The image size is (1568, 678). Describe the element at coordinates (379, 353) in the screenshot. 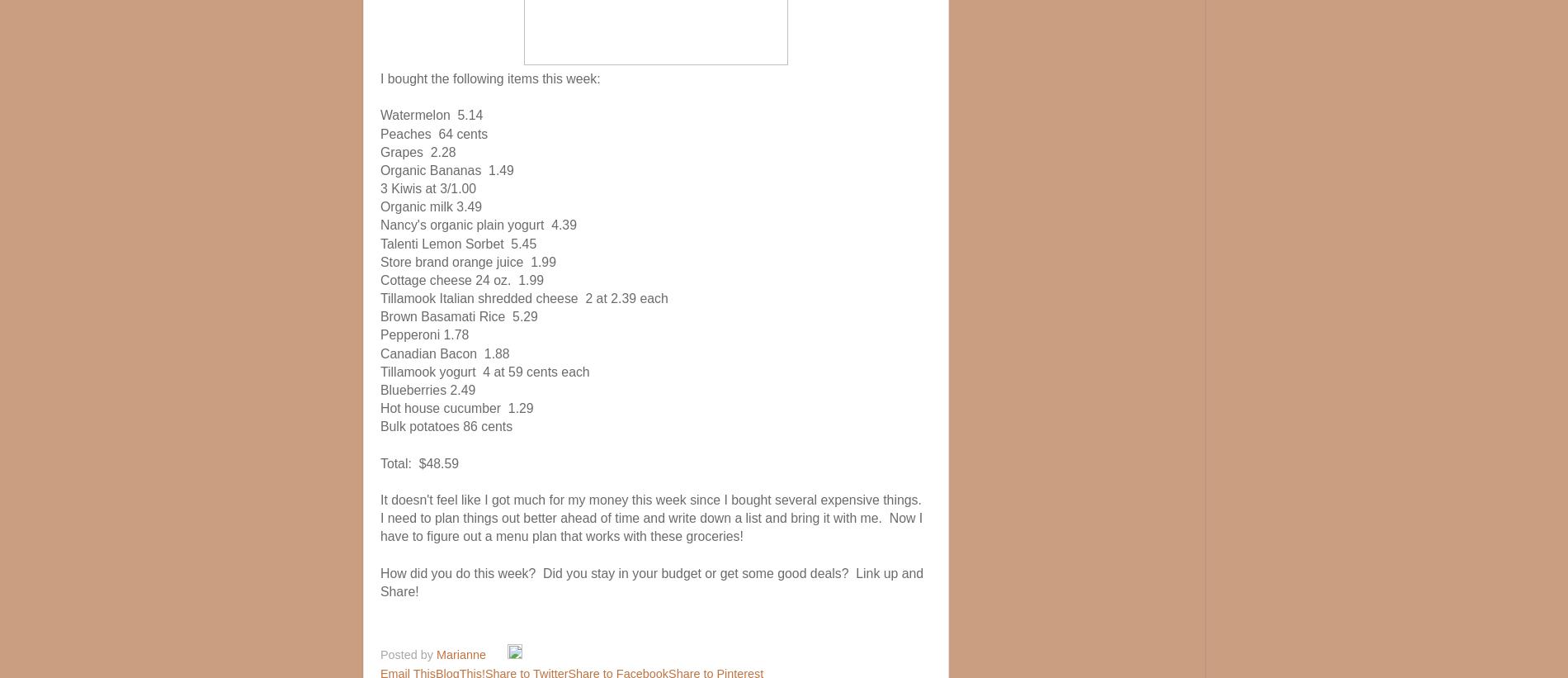

I see `'Canadian Bacon  1.88'` at that location.